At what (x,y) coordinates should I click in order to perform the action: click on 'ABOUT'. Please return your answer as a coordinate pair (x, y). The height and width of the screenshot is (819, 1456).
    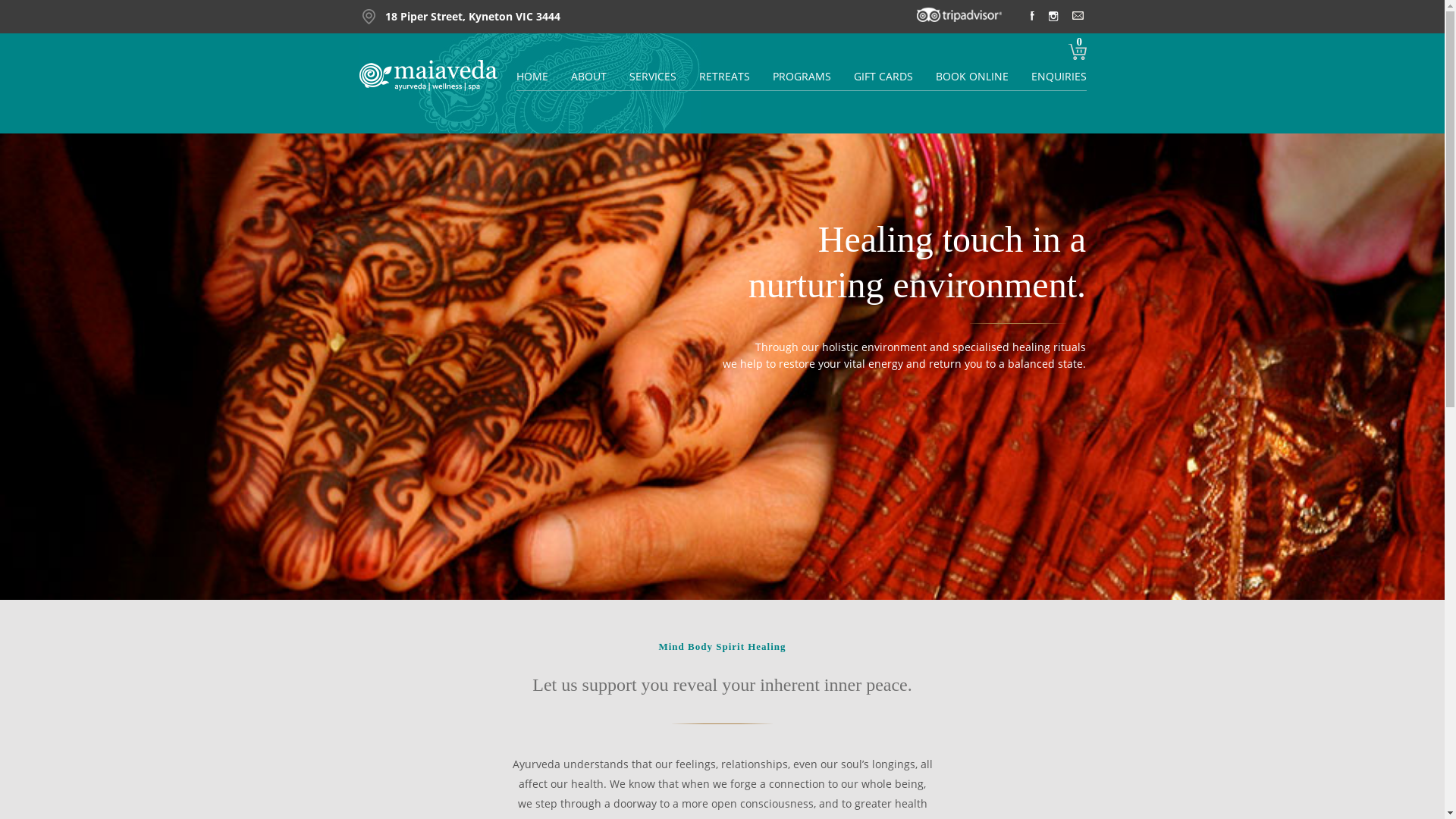
    Looking at the image, I should click on (587, 76).